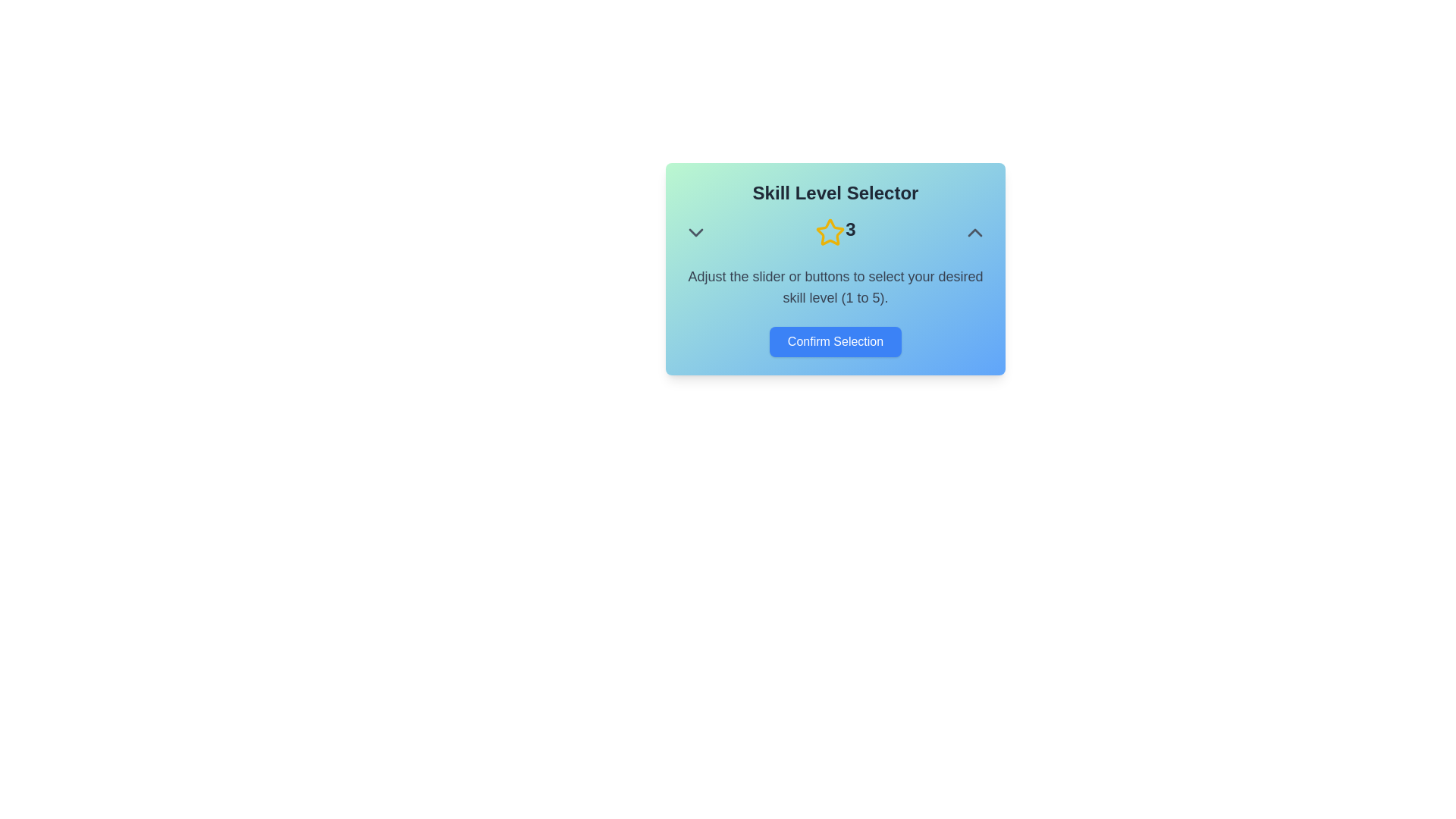 The image size is (1456, 819). Describe the element at coordinates (975, 233) in the screenshot. I see `increase button to raise the skill level by one` at that location.